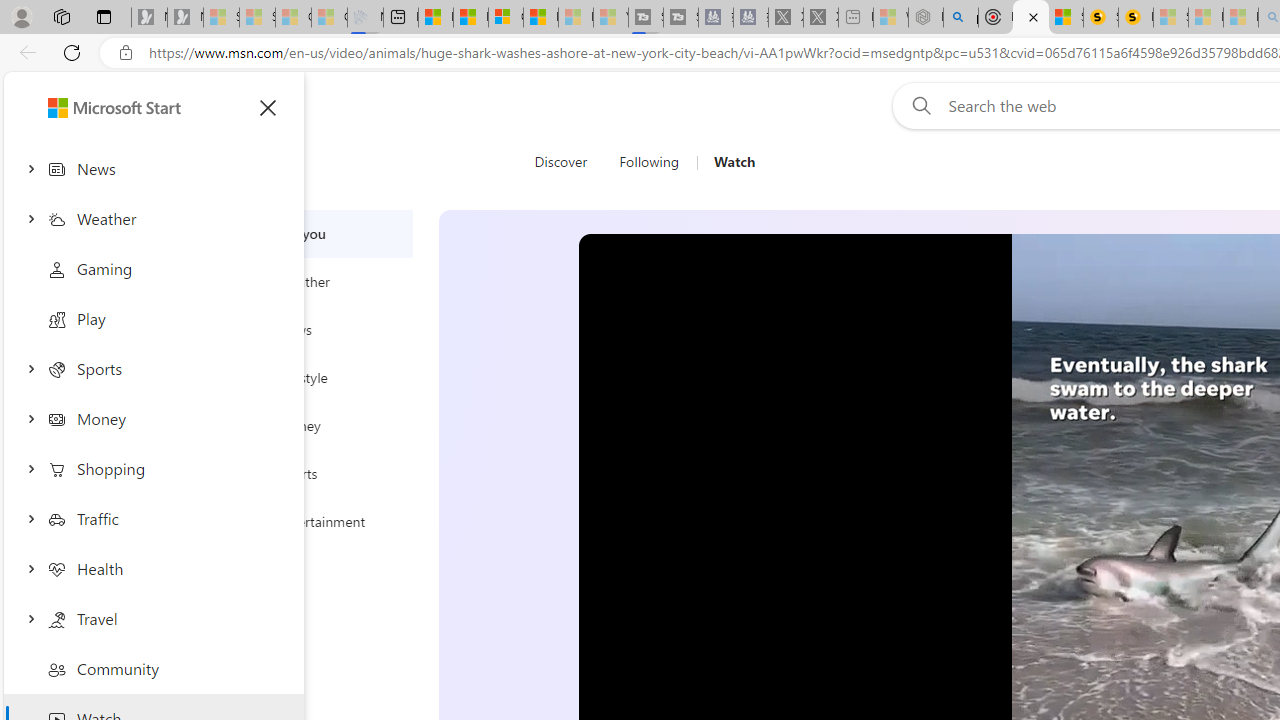 This screenshot has height=720, width=1280. What do you see at coordinates (916, 105) in the screenshot?
I see `'Web search'` at bounding box center [916, 105].